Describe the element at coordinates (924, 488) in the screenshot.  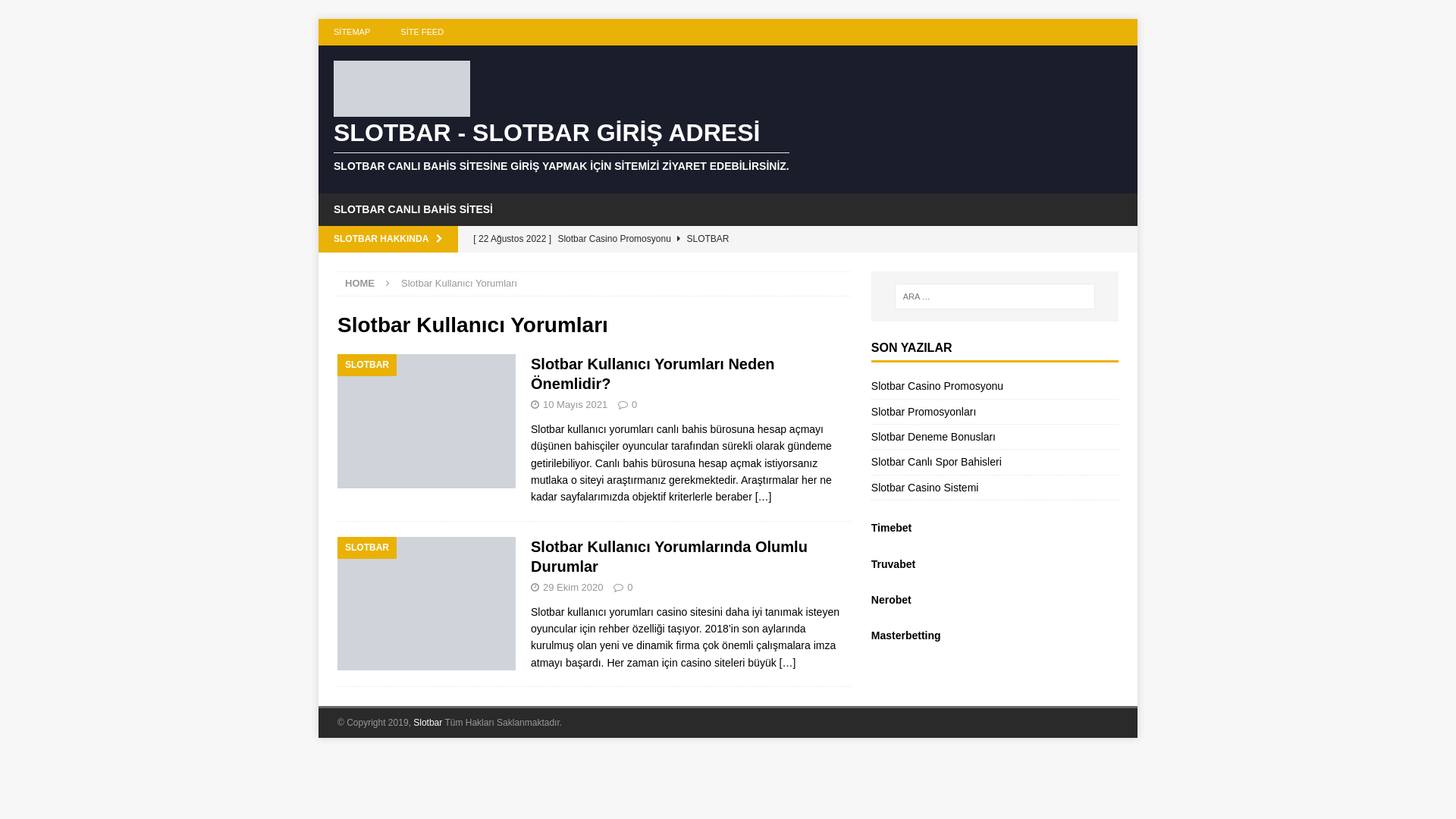
I see `'Slotbar Casino Sistemi'` at that location.